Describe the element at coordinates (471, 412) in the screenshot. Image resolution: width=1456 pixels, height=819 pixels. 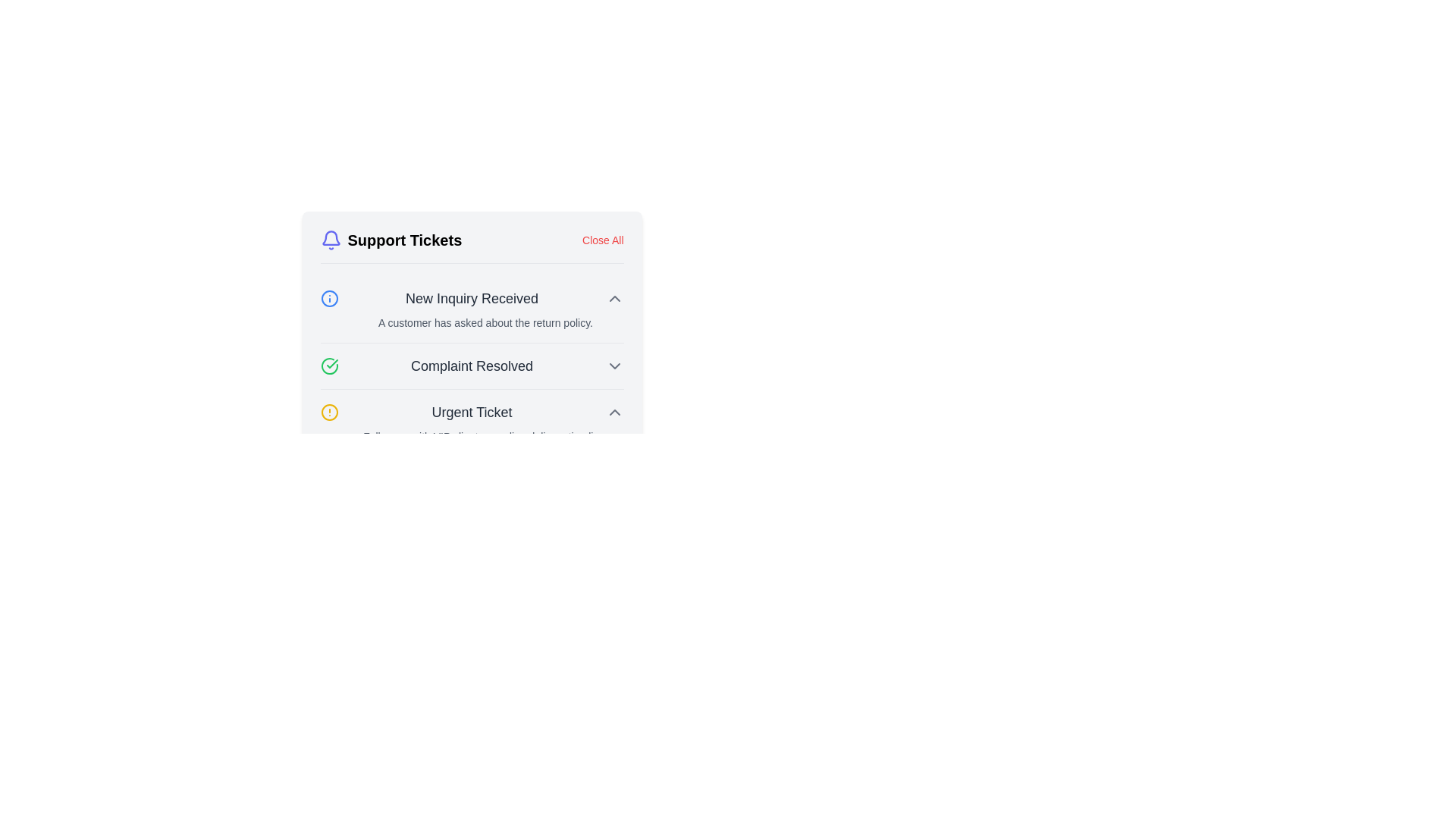
I see `the 'Urgent Ticket' label with an icon, which is the third item` at that location.